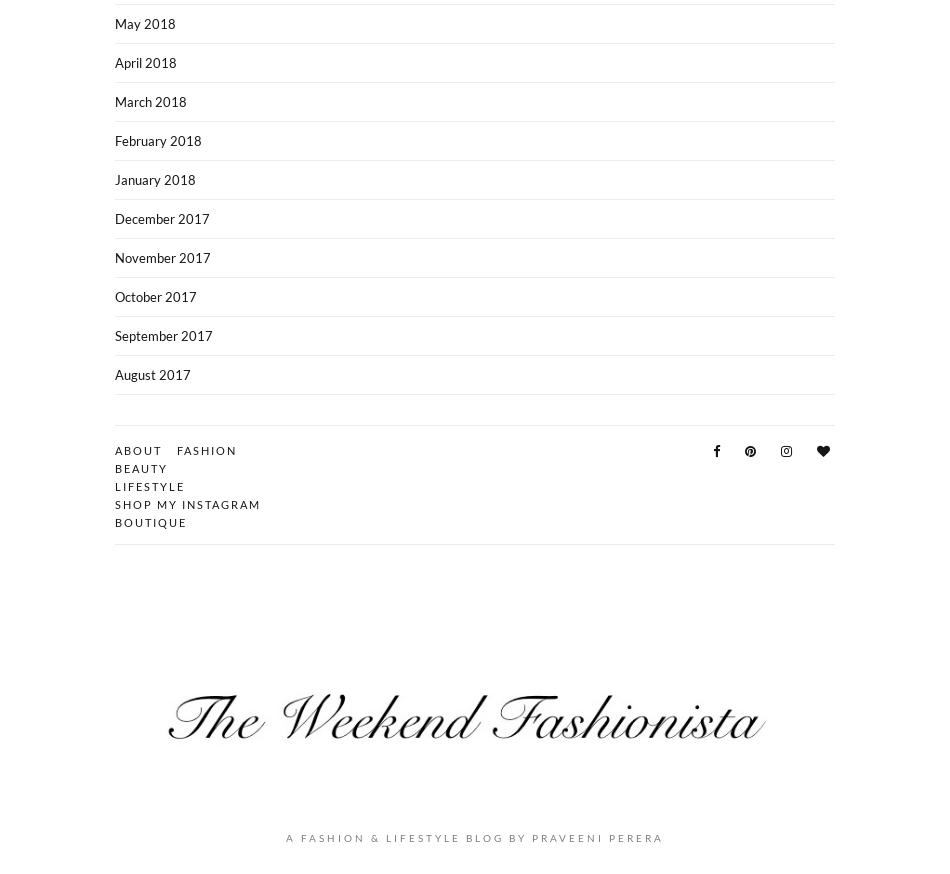  What do you see at coordinates (176, 449) in the screenshot?
I see `'Fashion'` at bounding box center [176, 449].